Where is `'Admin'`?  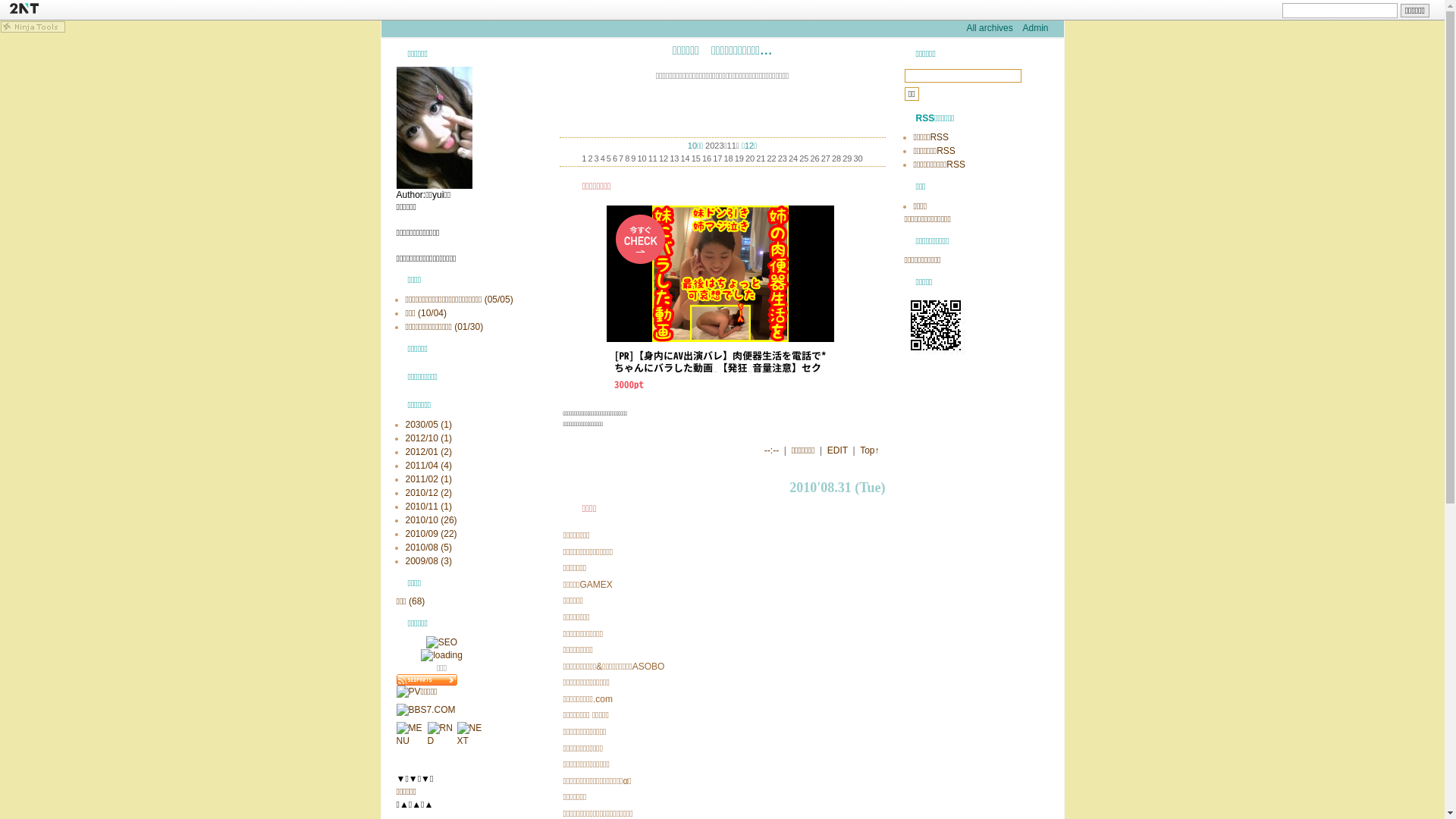
'Admin' is located at coordinates (1034, 28).